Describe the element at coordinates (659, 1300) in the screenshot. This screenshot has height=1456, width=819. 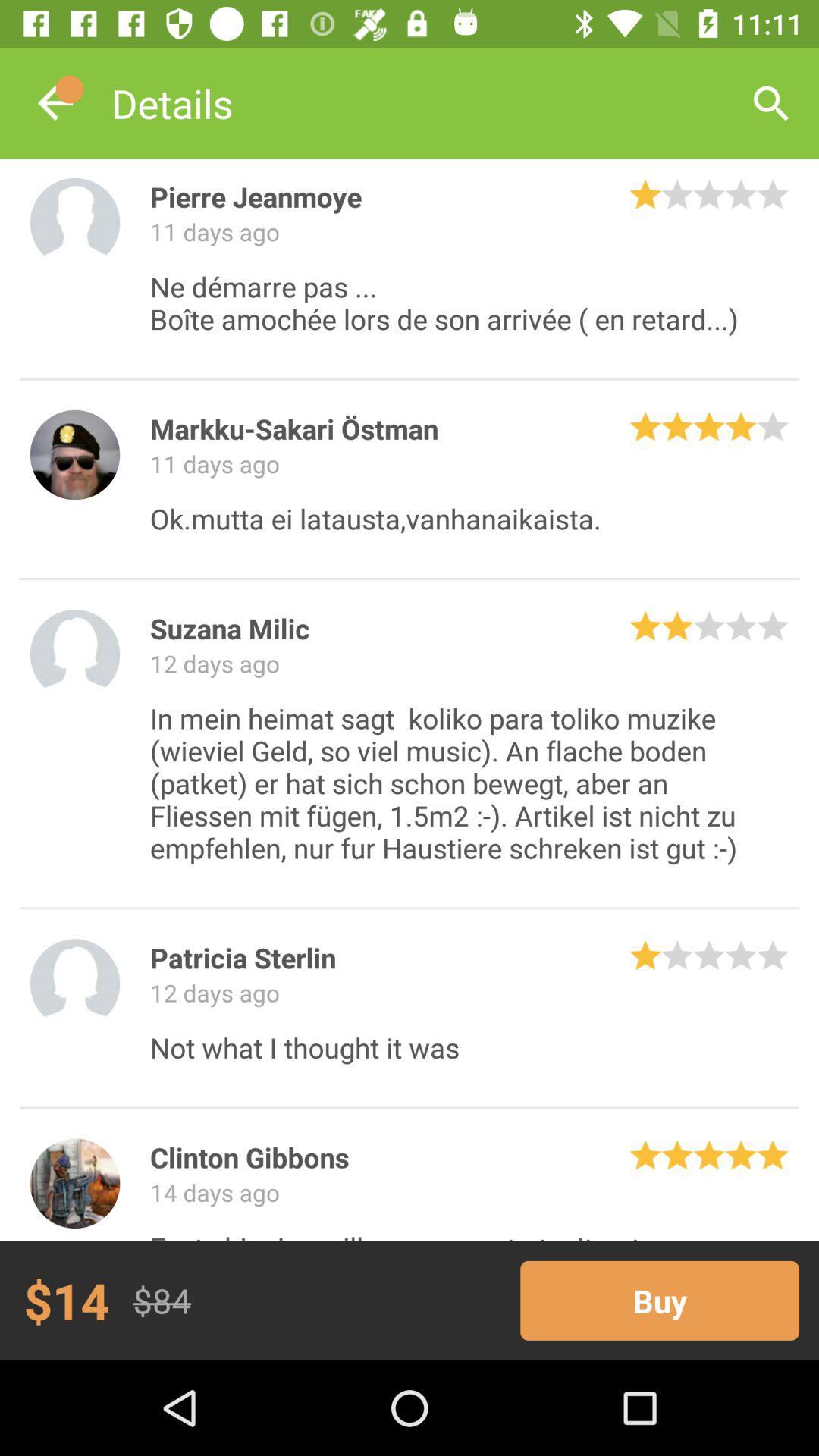
I see `the icon next to $84 item` at that location.